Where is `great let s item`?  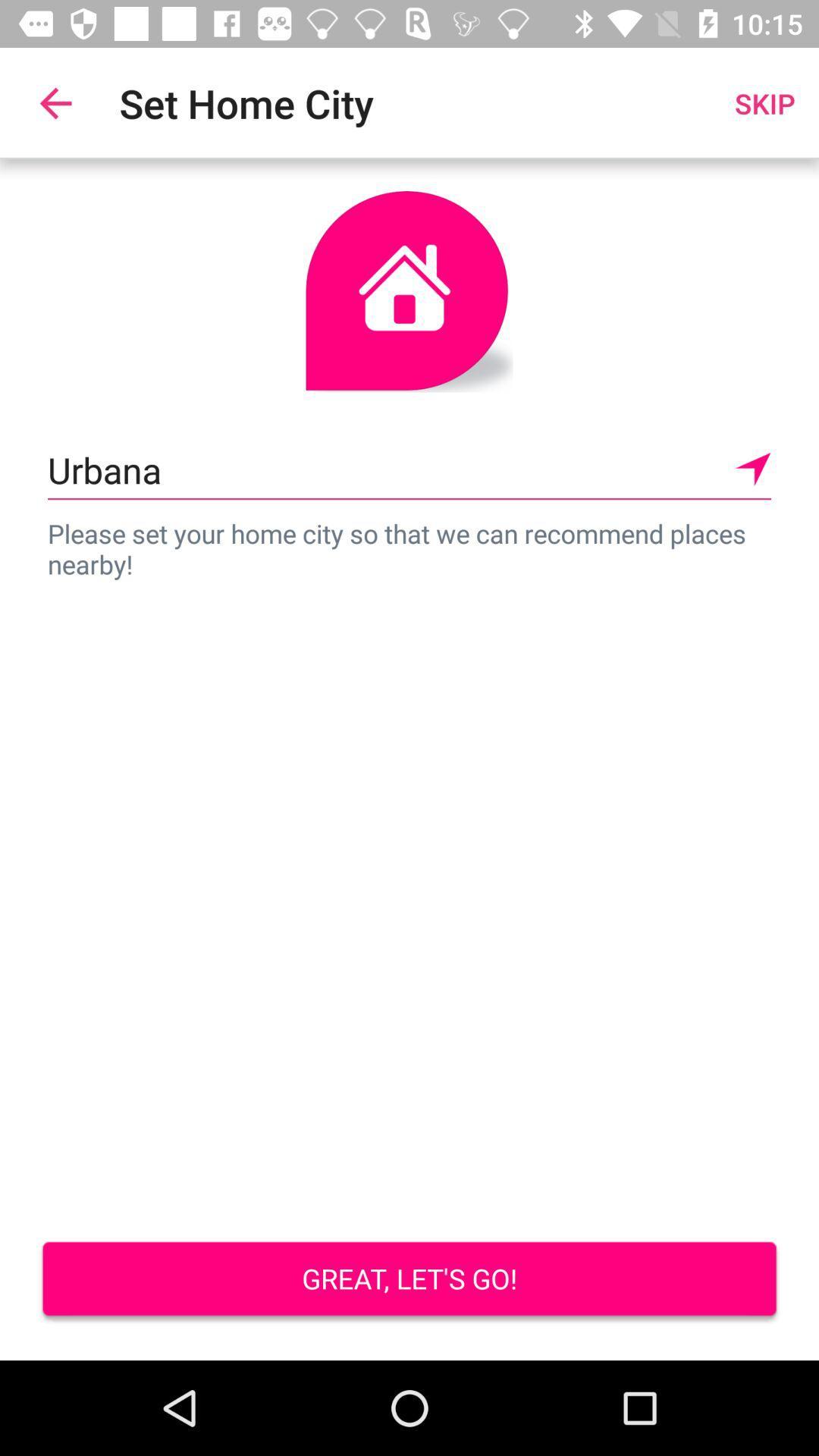 great let s item is located at coordinates (409, 1280).